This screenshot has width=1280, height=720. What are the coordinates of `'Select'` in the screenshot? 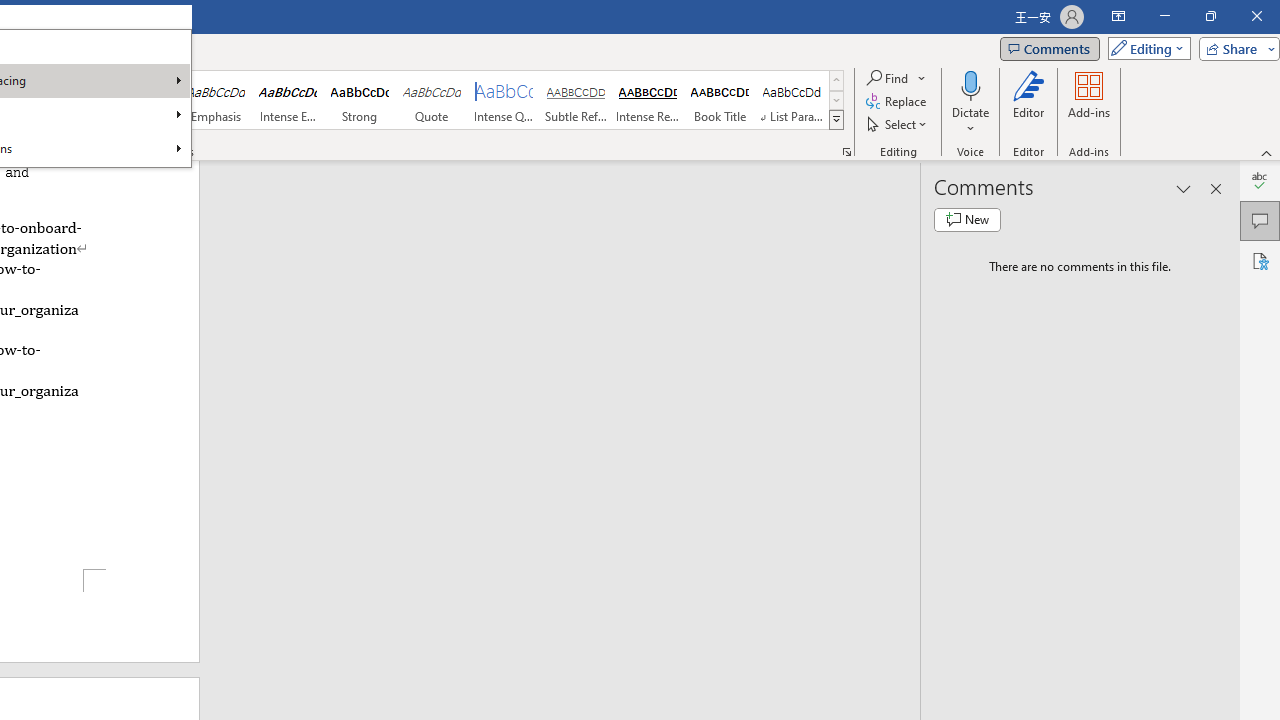 It's located at (897, 124).